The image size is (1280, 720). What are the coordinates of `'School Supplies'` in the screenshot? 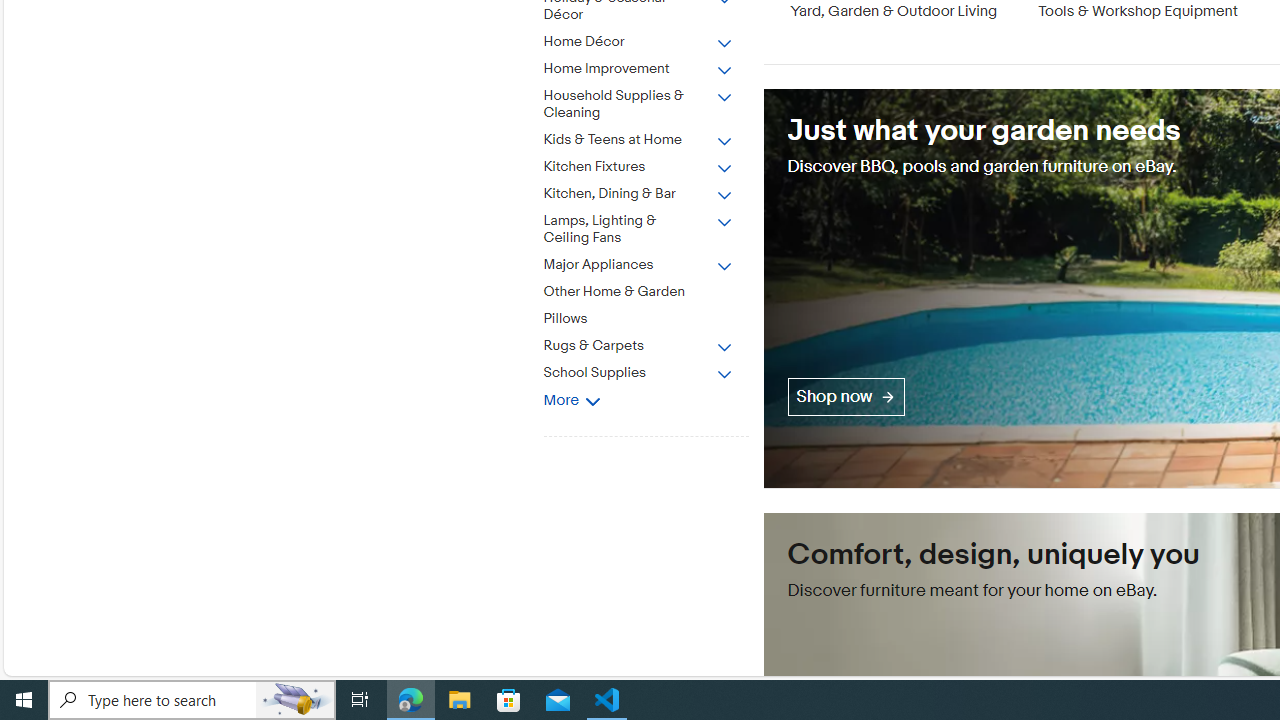 It's located at (637, 373).